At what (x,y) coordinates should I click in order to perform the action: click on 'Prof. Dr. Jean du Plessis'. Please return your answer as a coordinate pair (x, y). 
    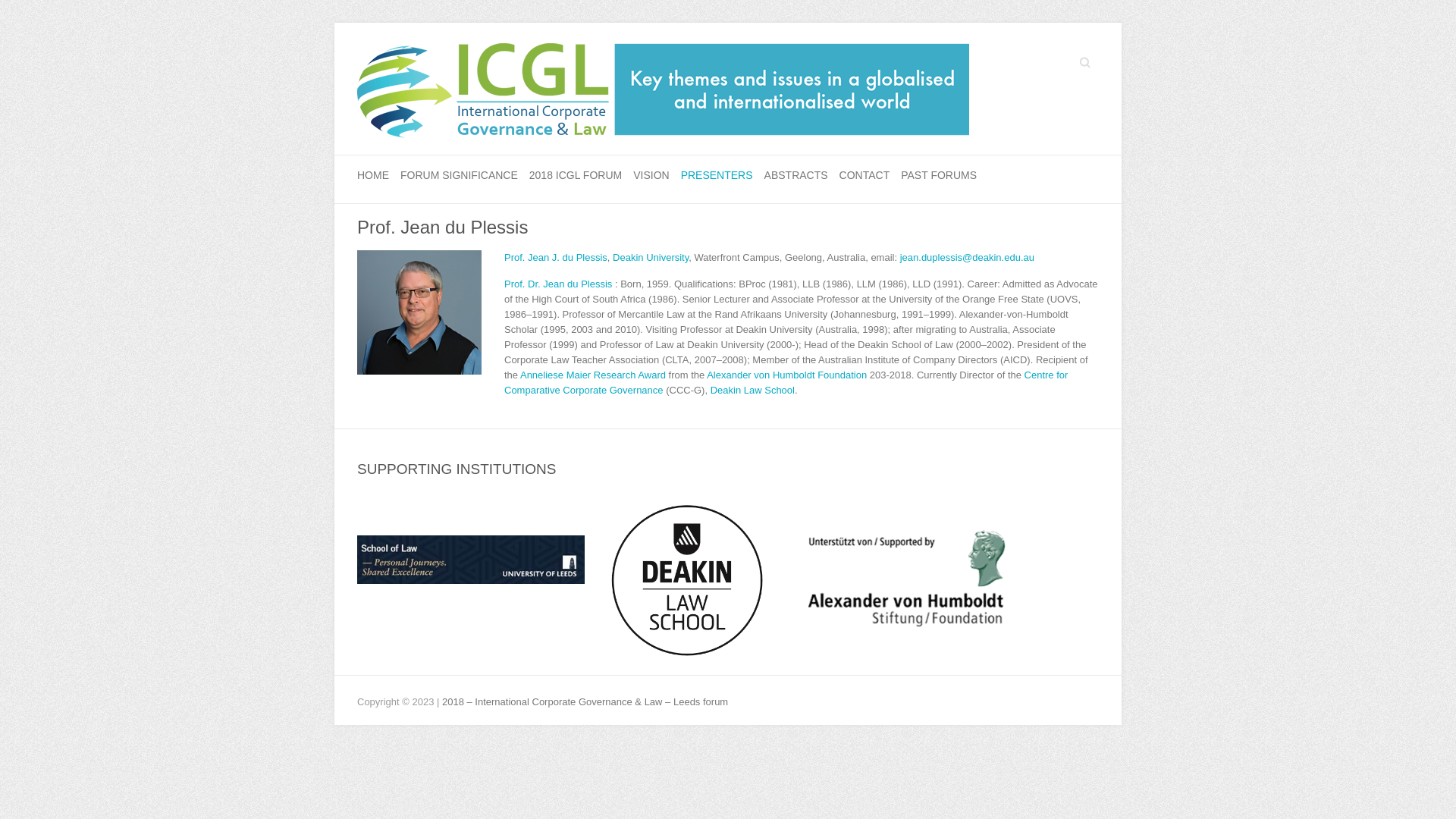
    Looking at the image, I should click on (504, 284).